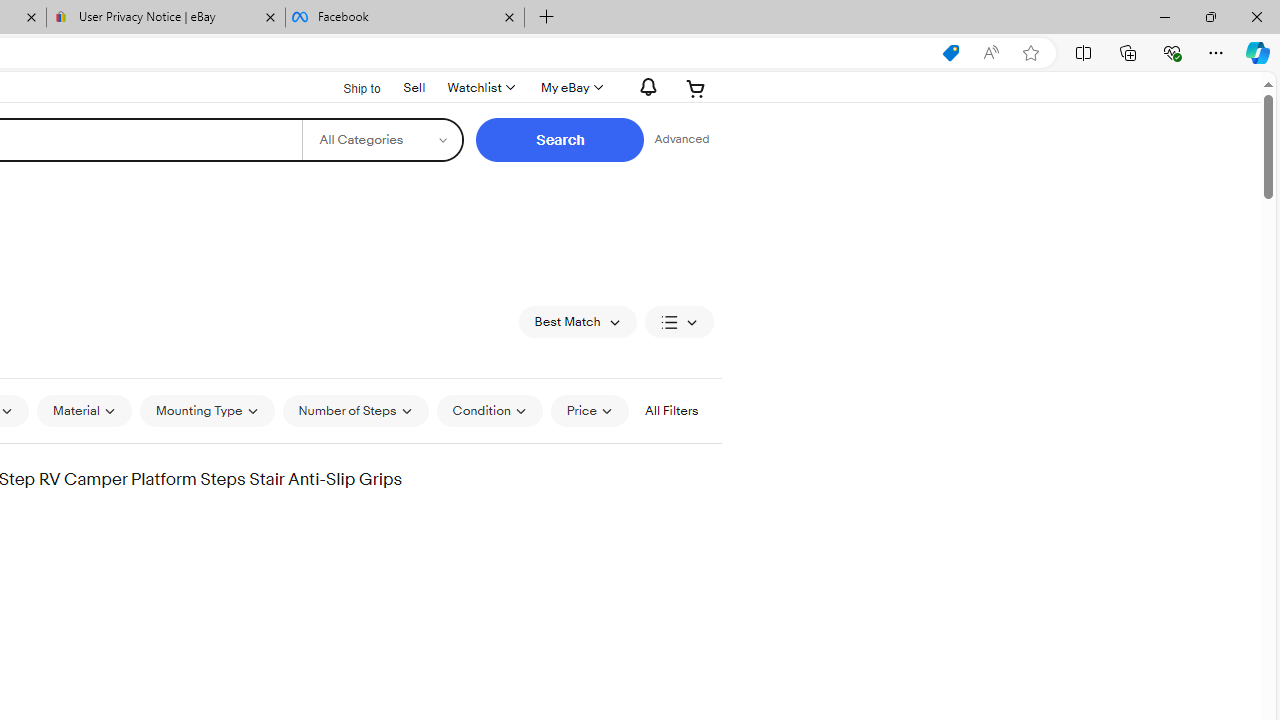  I want to click on 'Facebook', so click(403, 17).